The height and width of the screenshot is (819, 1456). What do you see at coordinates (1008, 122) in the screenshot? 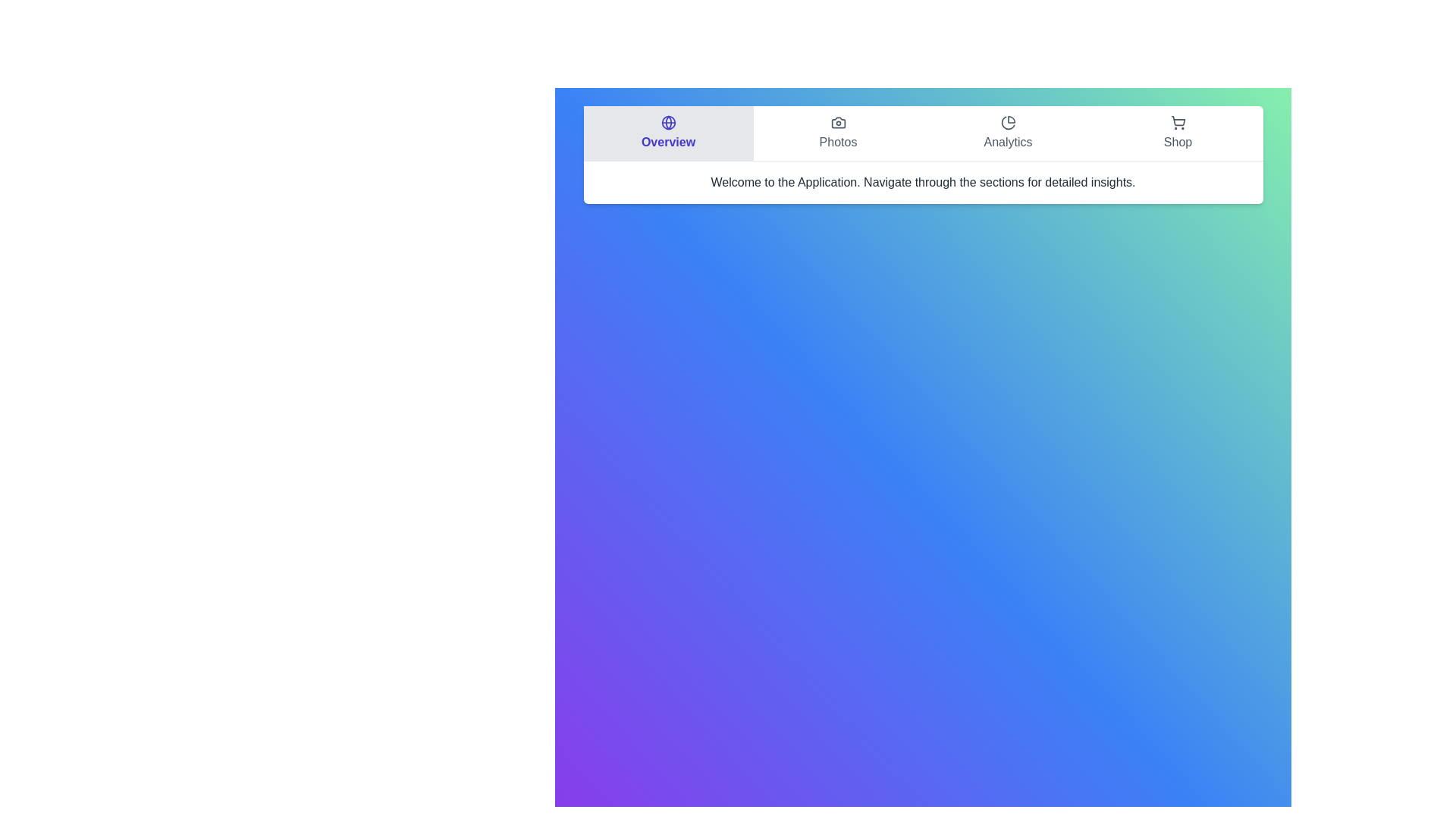
I see `the pie chart icon located in the 'Analytics' section of the top navigation bar` at bounding box center [1008, 122].